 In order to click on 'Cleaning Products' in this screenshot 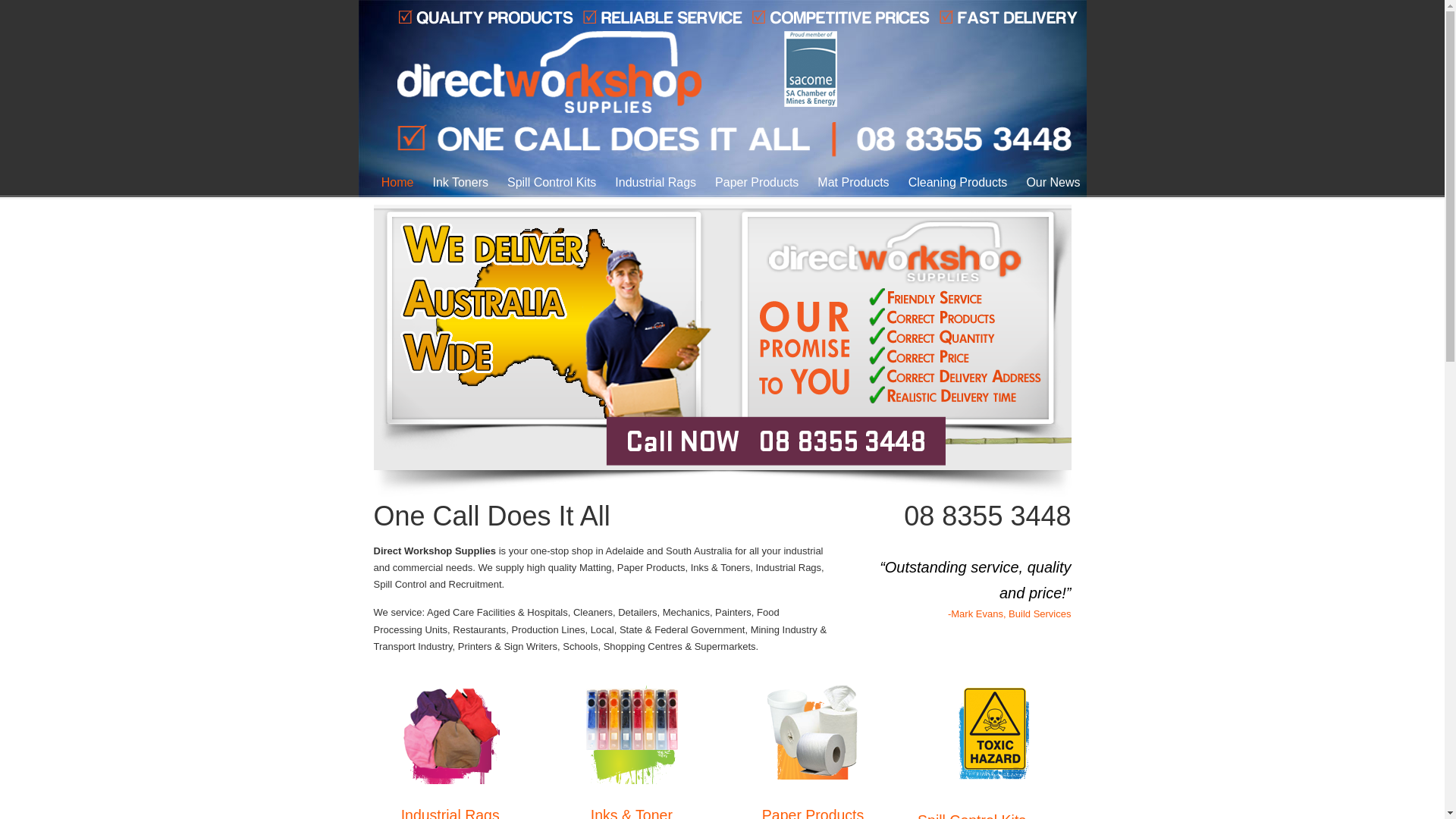, I will do `click(952, 181)`.